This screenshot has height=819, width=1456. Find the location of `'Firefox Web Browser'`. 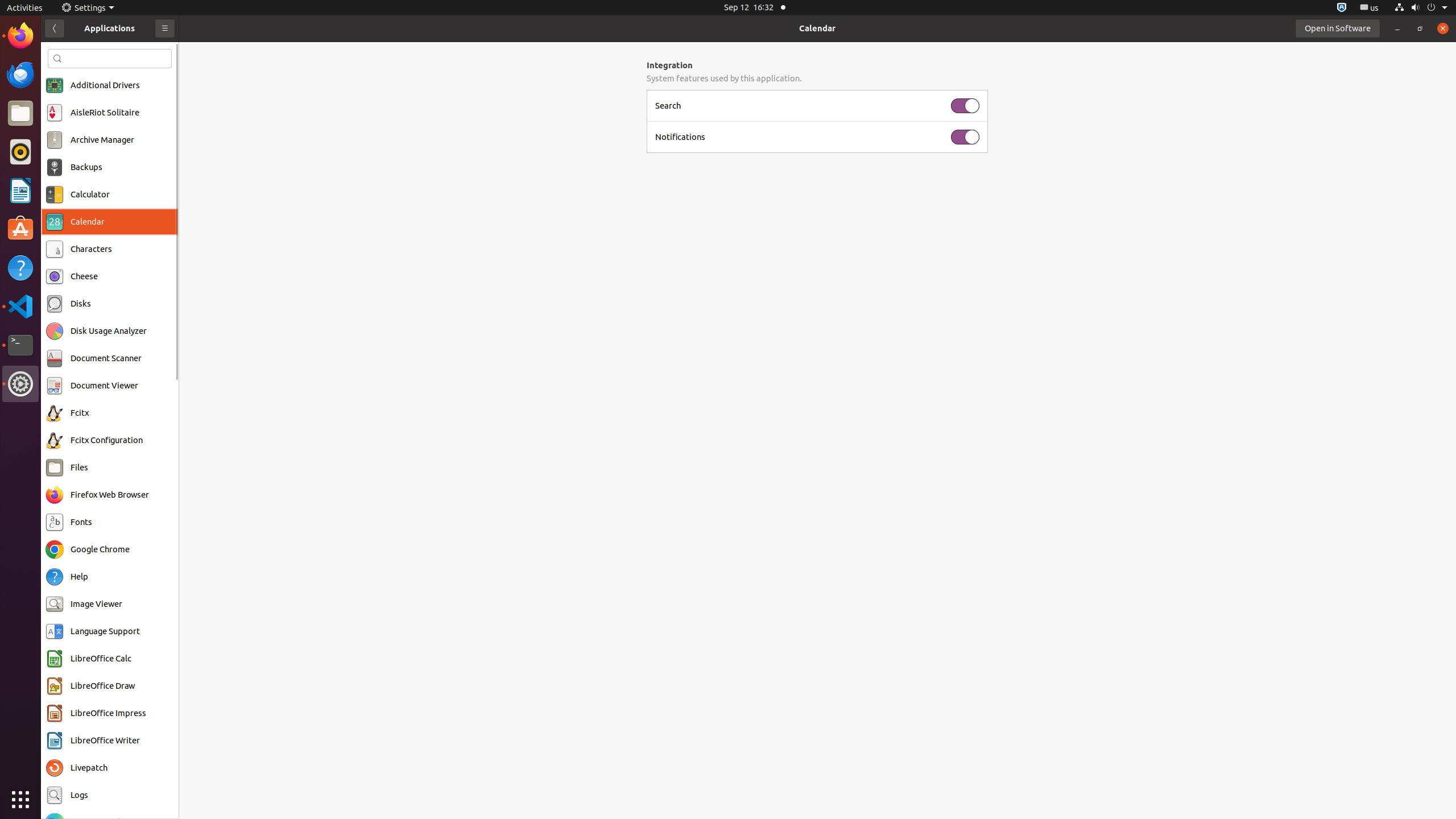

'Firefox Web Browser' is located at coordinates (109, 494).